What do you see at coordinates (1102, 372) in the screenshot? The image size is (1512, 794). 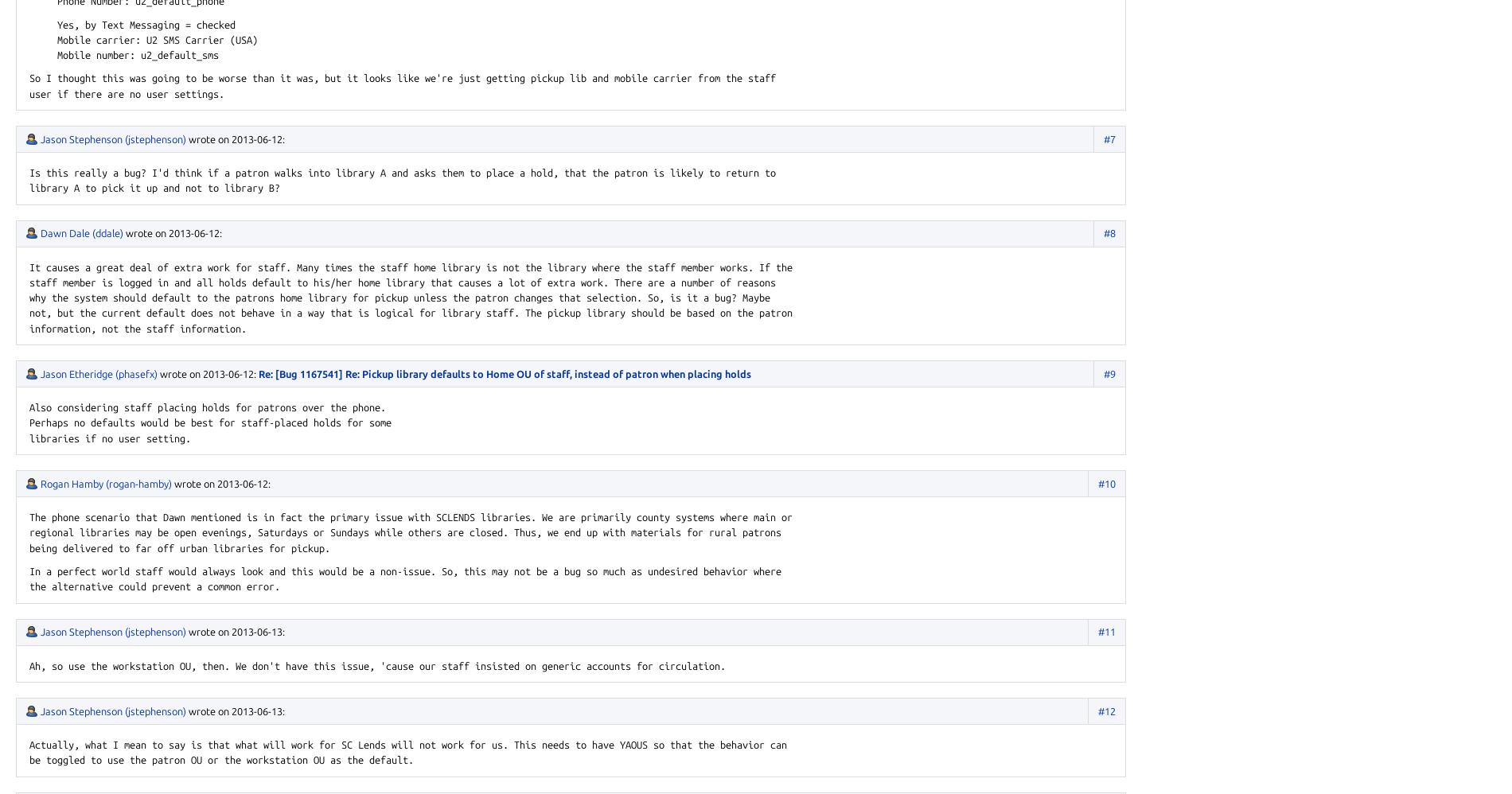 I see `'#9'` at bounding box center [1102, 372].